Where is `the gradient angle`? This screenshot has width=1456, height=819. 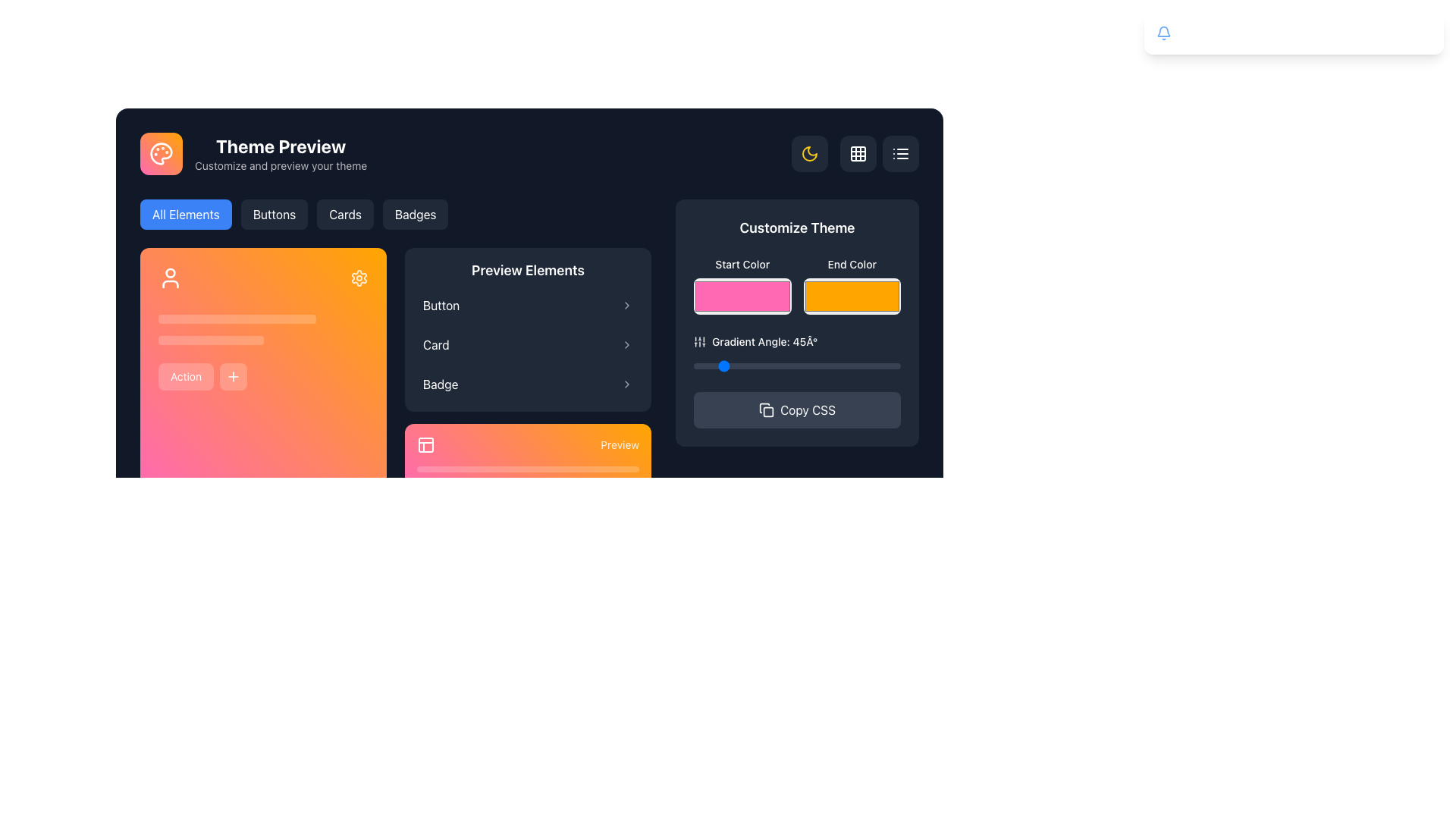 the gradient angle is located at coordinates (810, 366).